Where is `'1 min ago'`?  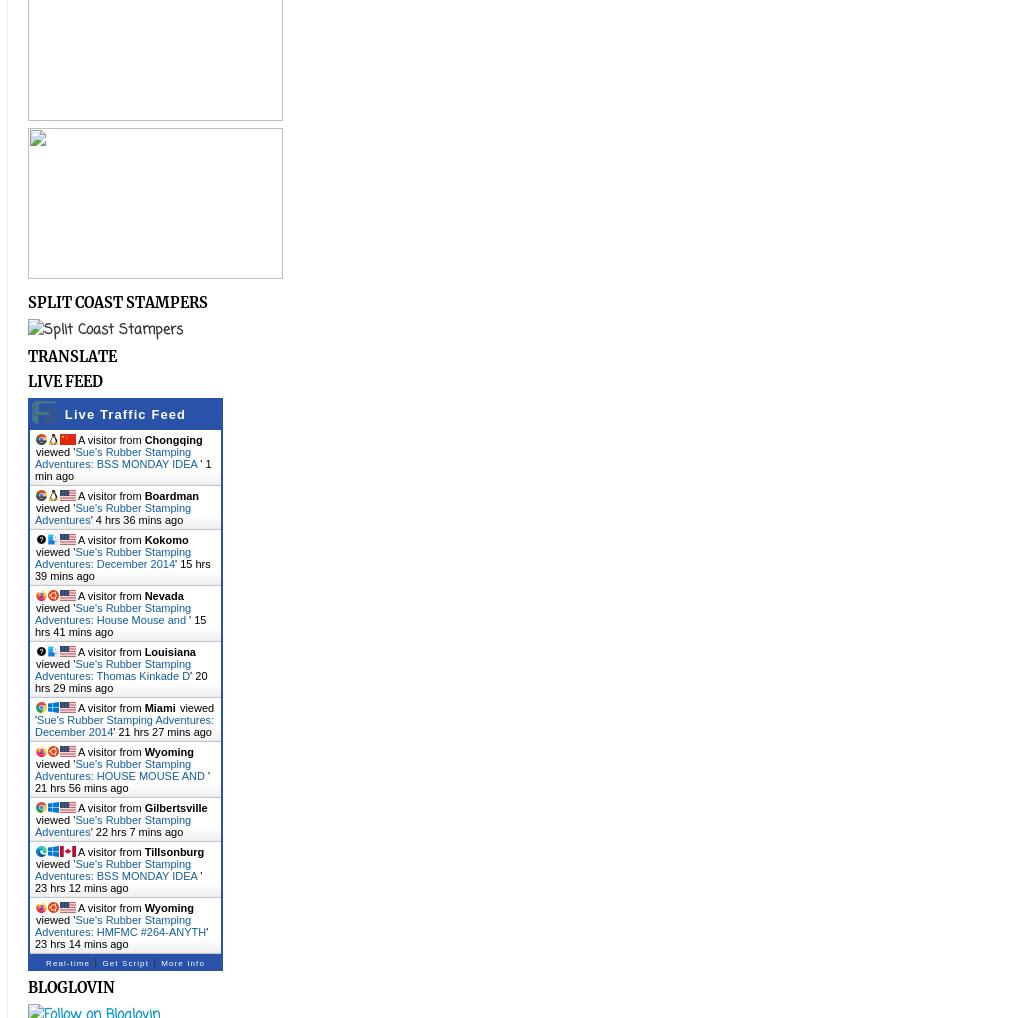
'1 min ago' is located at coordinates (121, 470).